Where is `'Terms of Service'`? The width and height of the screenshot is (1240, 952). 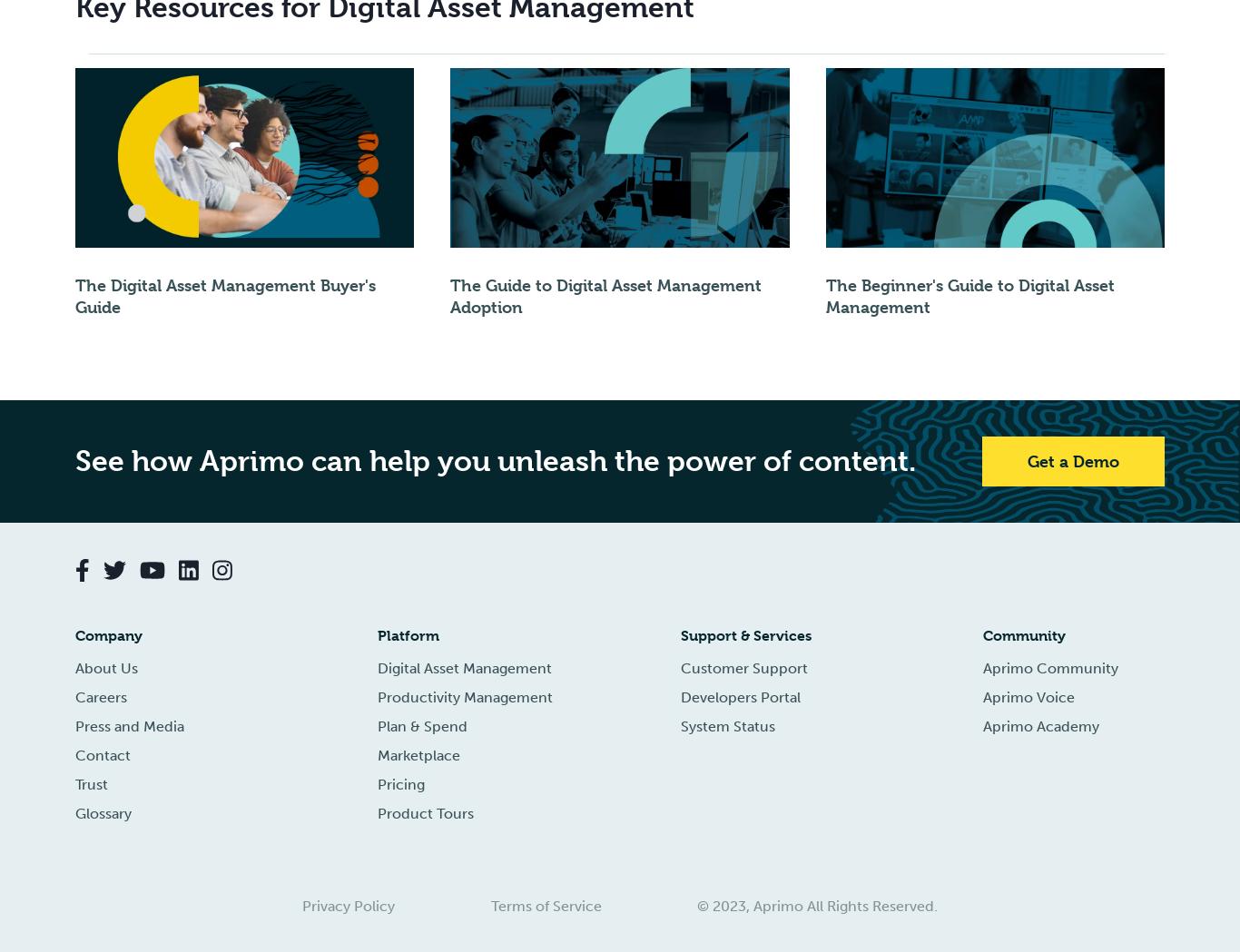
'Terms of Service' is located at coordinates (545, 905).